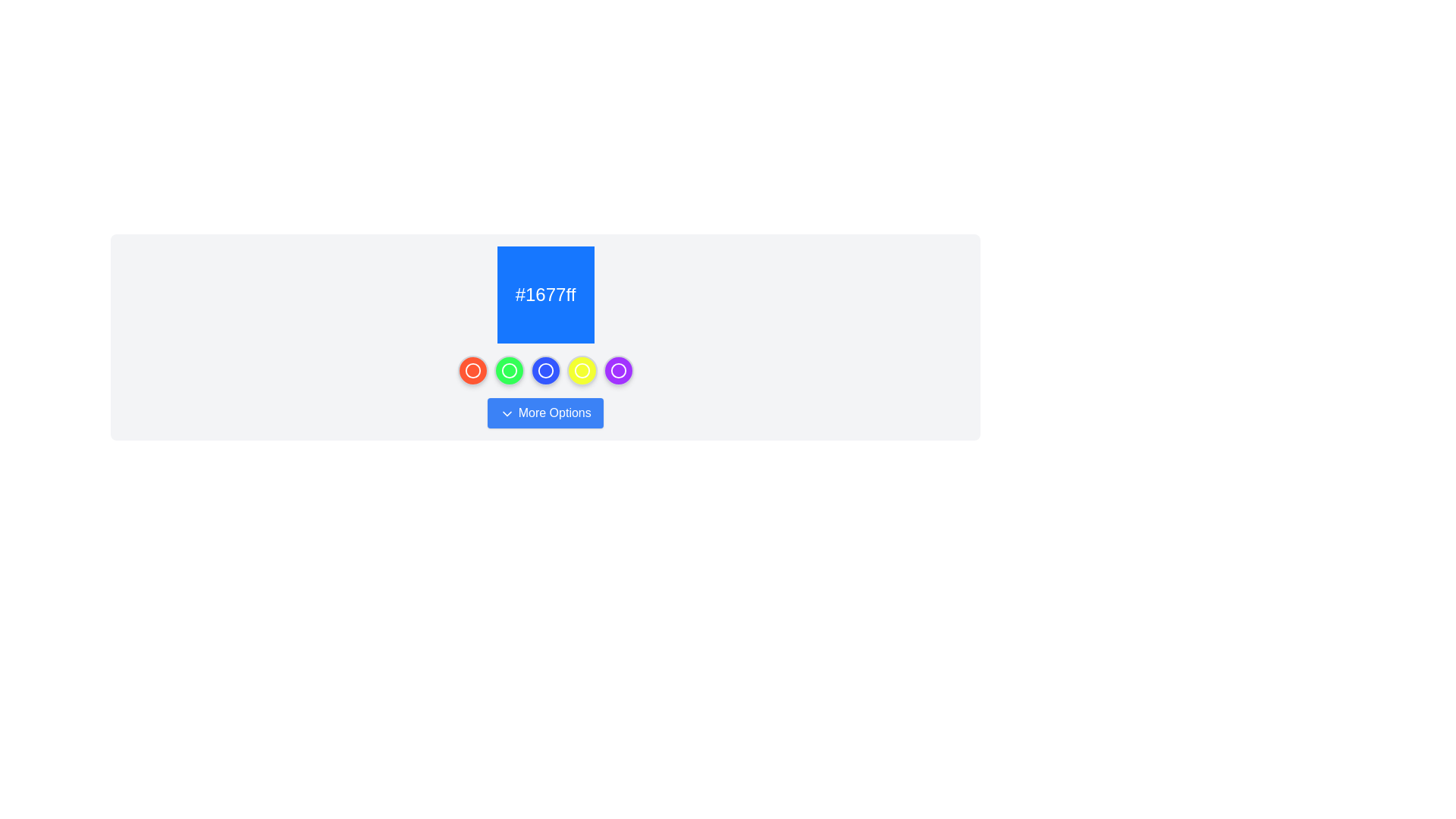  Describe the element at coordinates (472, 371) in the screenshot. I see `the first circular icon from the left, which represents or selects a red option, located below the blue rectangular box labeled '#1677ff'` at that location.